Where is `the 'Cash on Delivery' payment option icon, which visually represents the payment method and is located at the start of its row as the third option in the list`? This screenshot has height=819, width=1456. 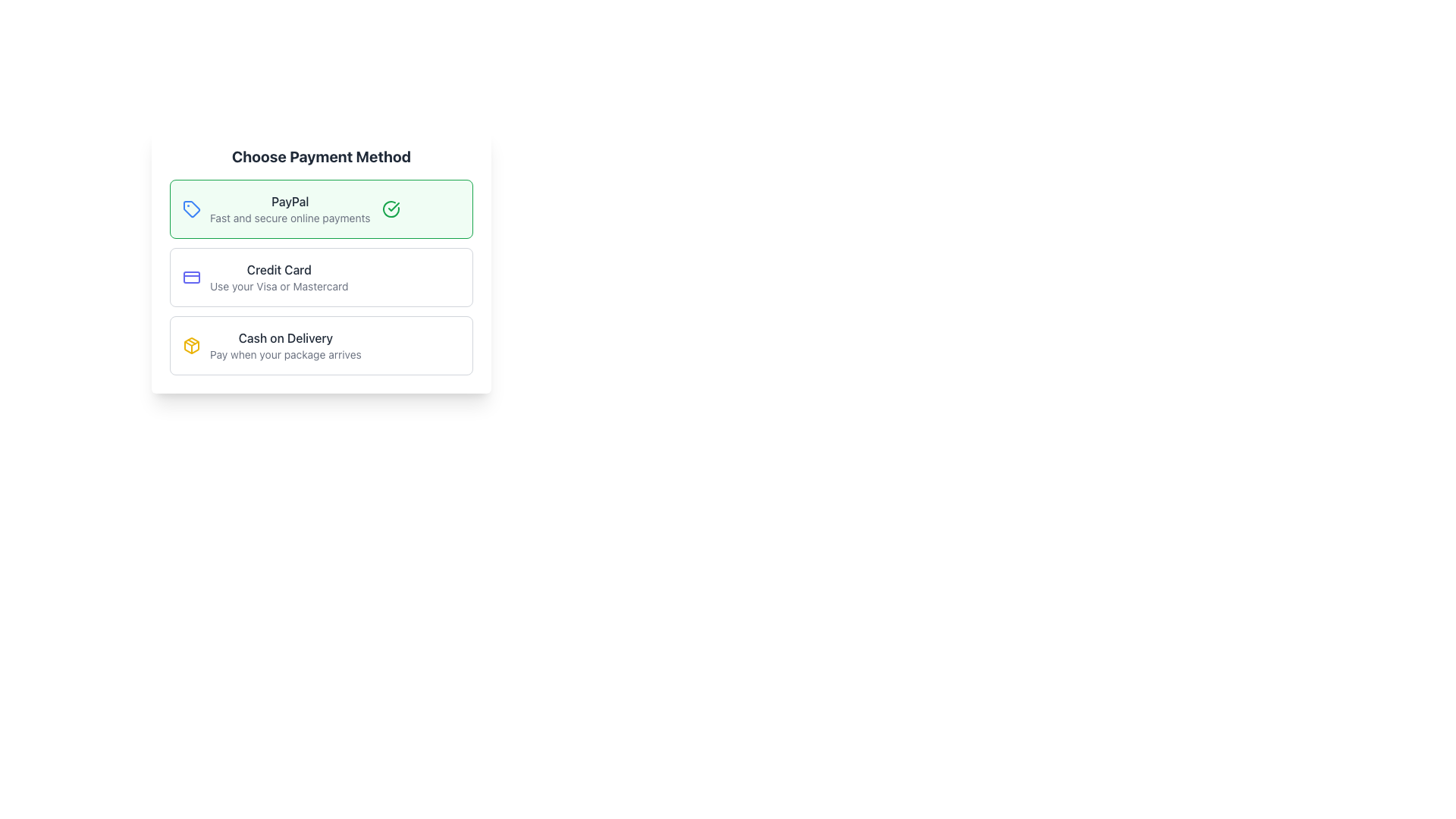
the 'Cash on Delivery' payment option icon, which visually represents the payment method and is located at the start of its row as the third option in the list is located at coordinates (191, 345).